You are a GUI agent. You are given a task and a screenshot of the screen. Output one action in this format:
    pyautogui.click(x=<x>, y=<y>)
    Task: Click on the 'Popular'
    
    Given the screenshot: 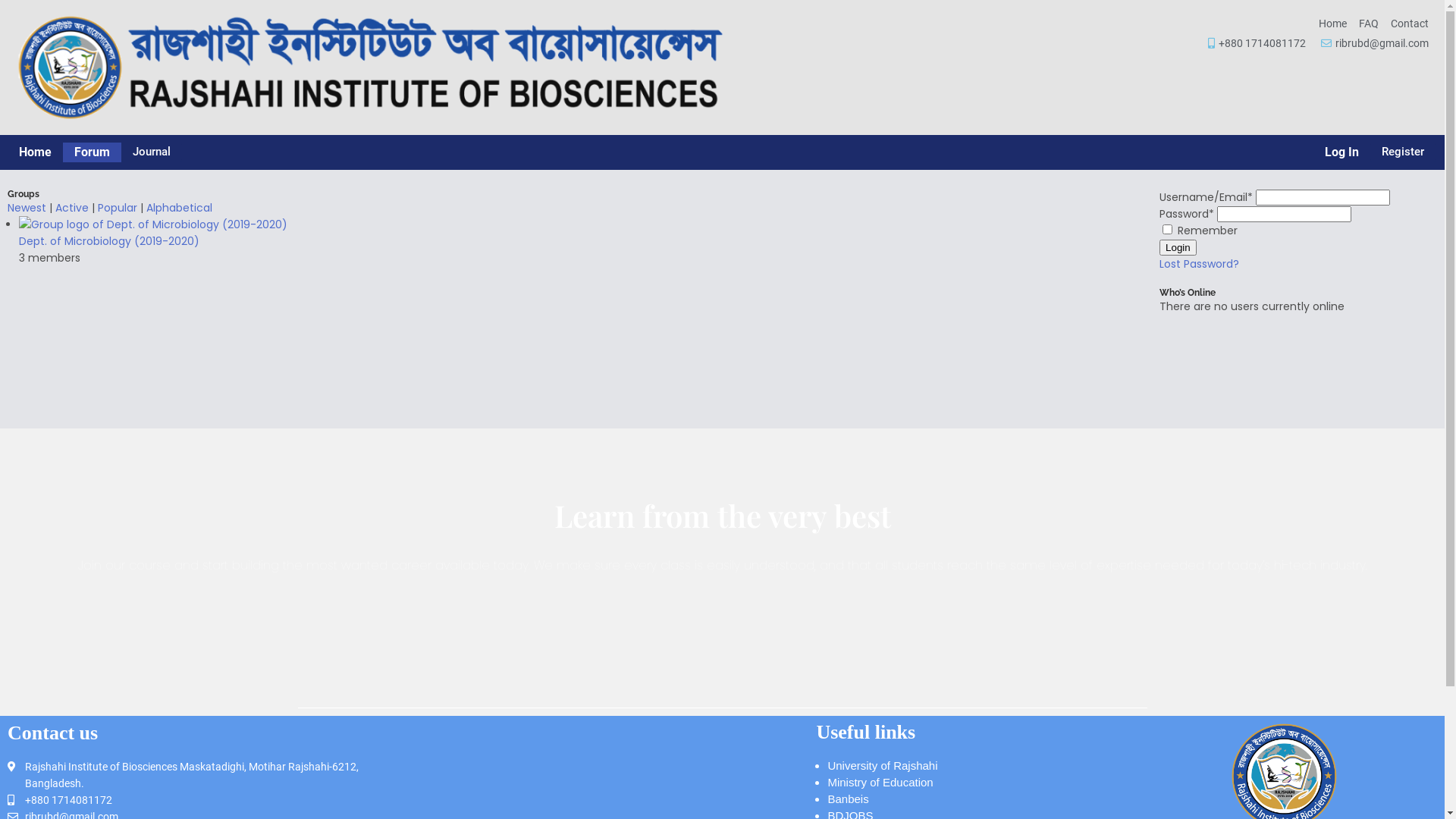 What is the action you would take?
    pyautogui.click(x=116, y=207)
    